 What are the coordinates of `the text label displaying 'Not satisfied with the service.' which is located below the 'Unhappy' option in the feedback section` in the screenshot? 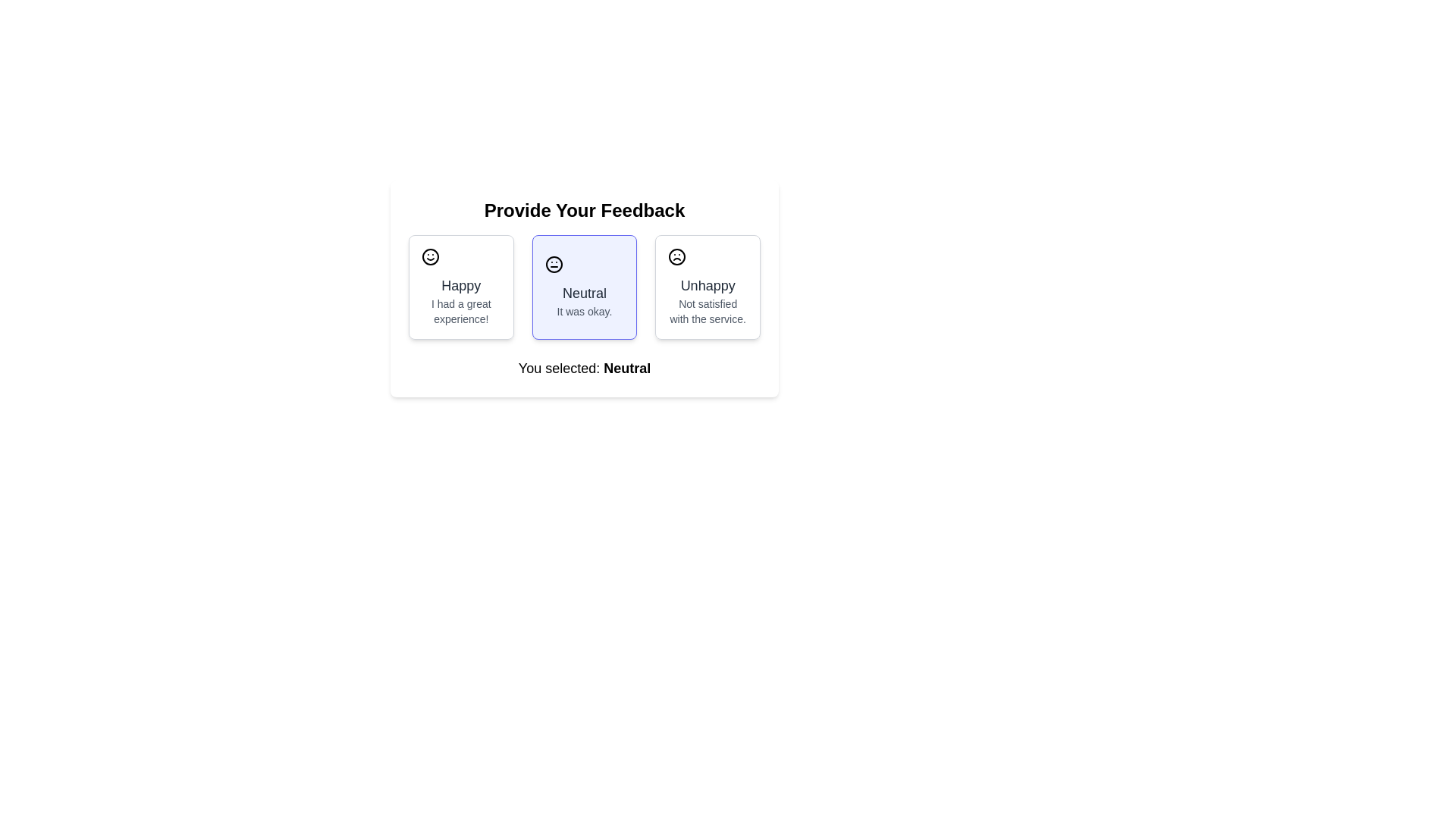 It's located at (707, 311).